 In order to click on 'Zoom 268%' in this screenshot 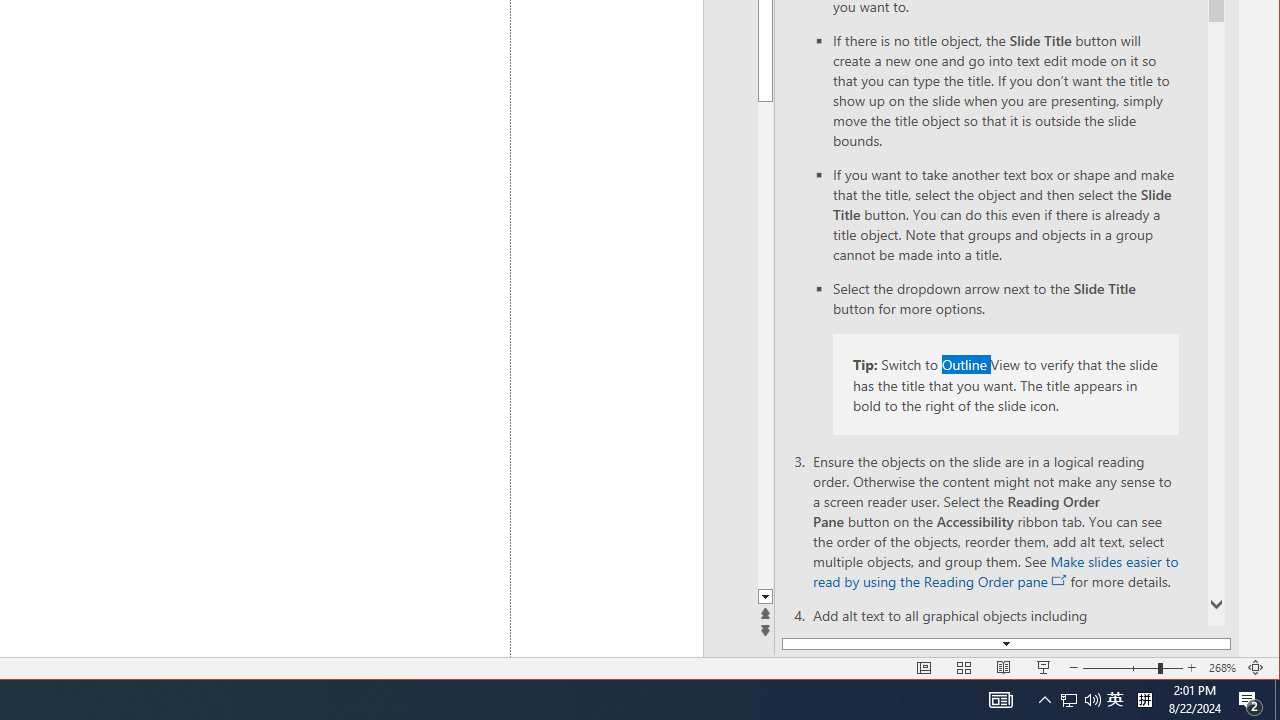, I will do `click(1221, 668)`.